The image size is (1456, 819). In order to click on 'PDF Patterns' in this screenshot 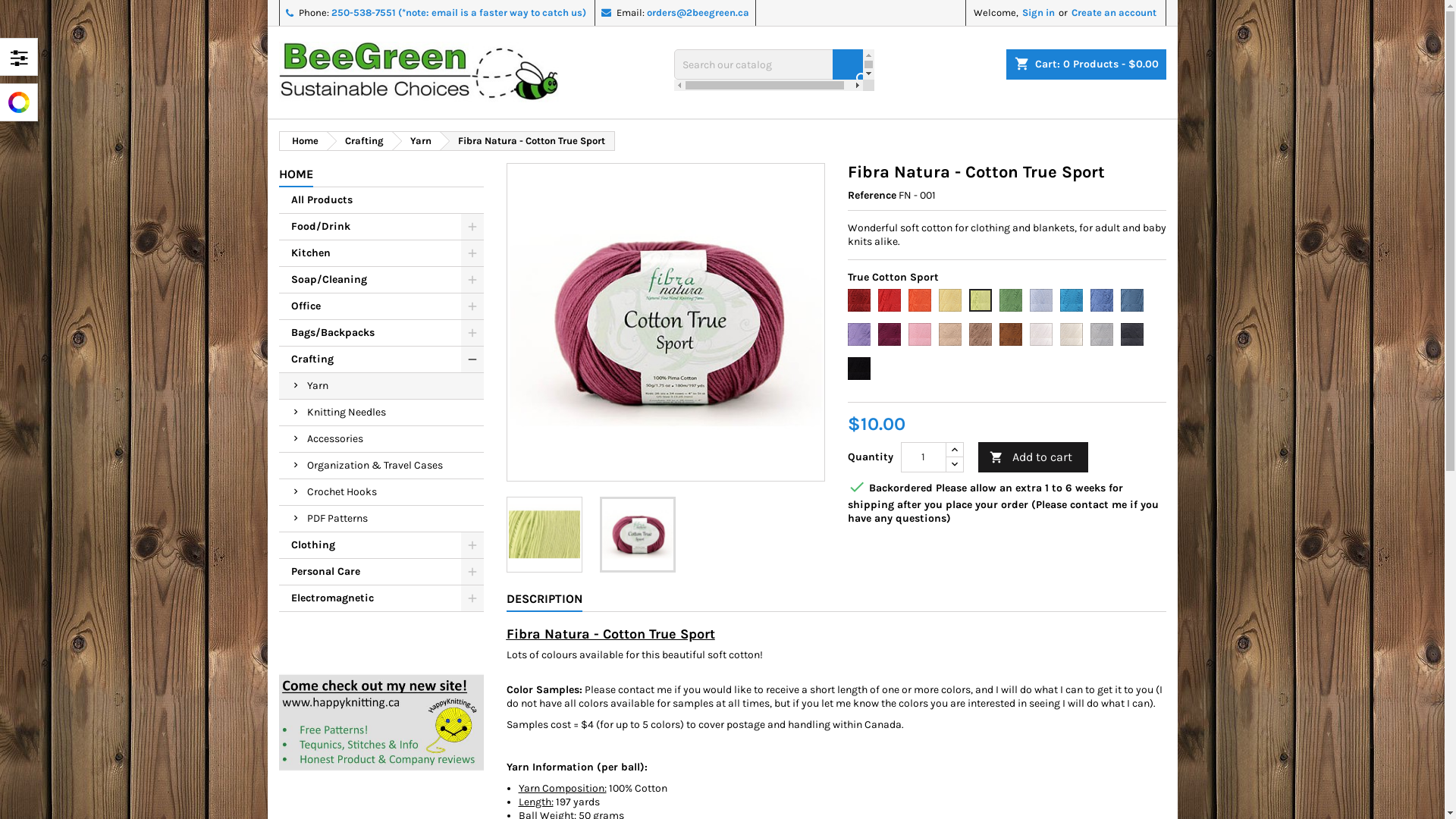, I will do `click(381, 518)`.